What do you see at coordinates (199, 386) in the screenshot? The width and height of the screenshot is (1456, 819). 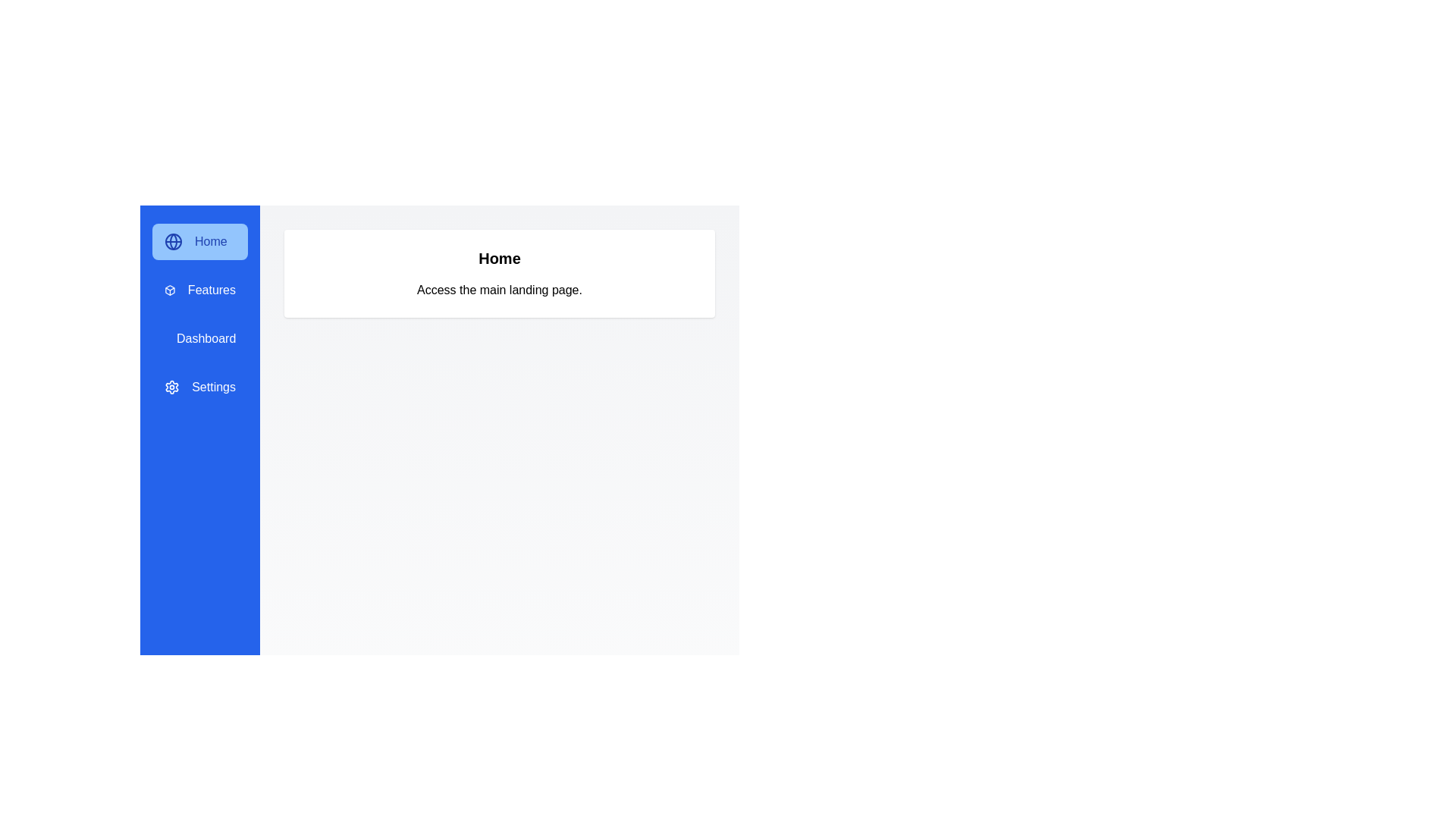 I see `the menu option Settings to display its corresponding content` at bounding box center [199, 386].